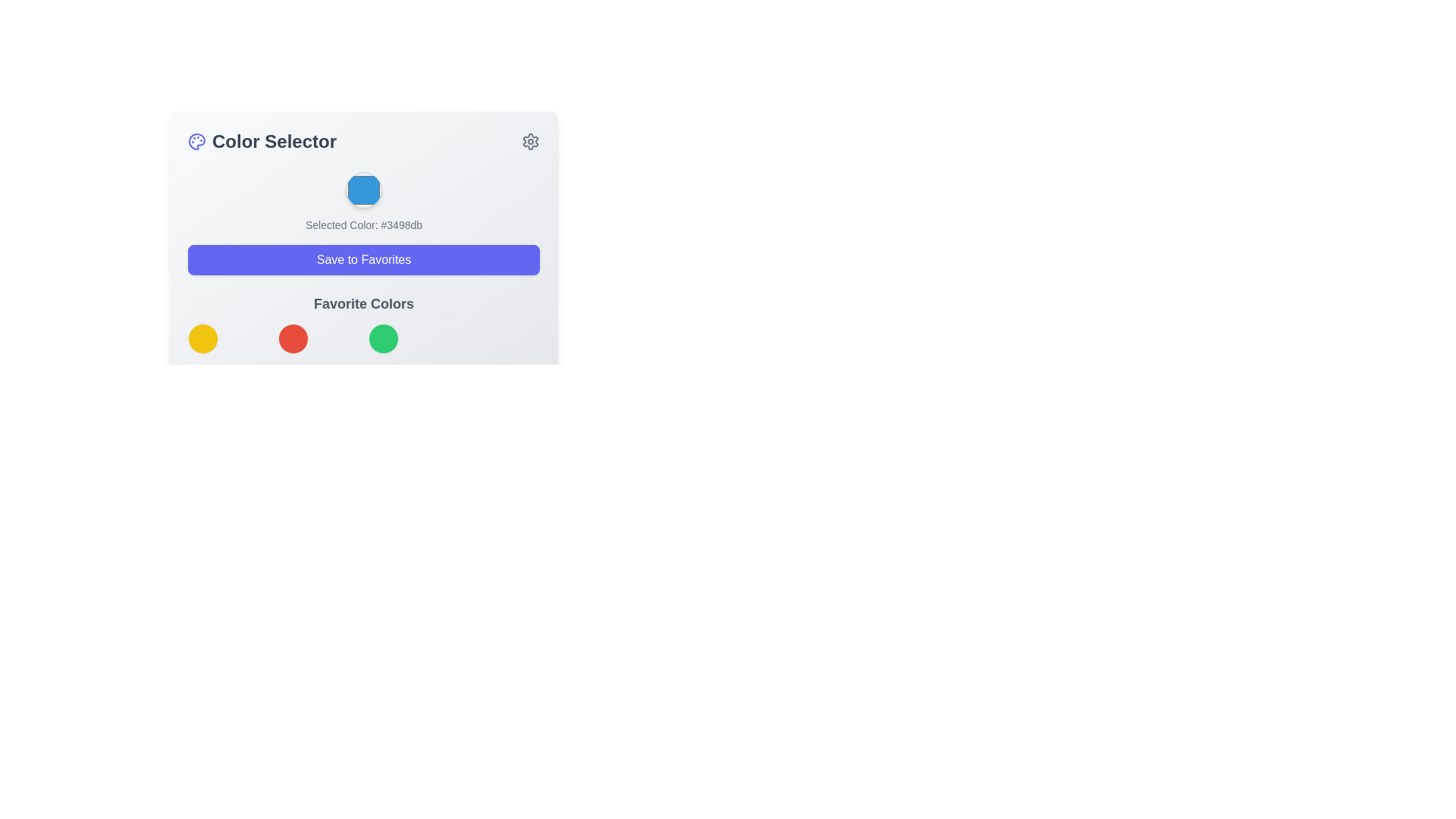 The image size is (1456, 819). Describe the element at coordinates (364, 225) in the screenshot. I see `the Text Label that displays the currently selected color and its hexadecimal code, positioned below the colored hexagon and above the 'Save to Favorites' button` at that location.